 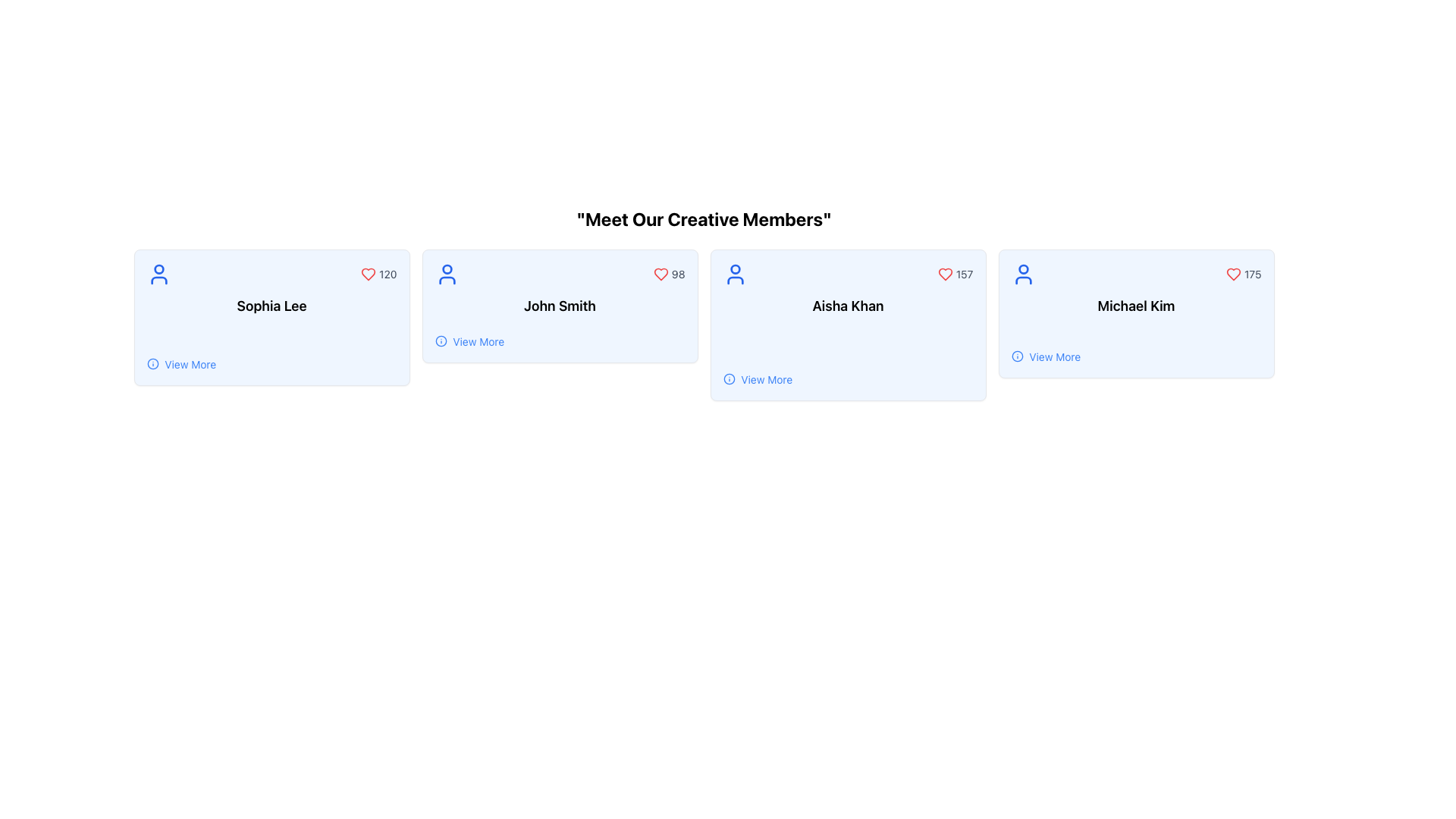 I want to click on the 'View More' hyperlink with an information icon located at the bottom-left corner of the 'Sophia Lee' card, so click(x=181, y=365).